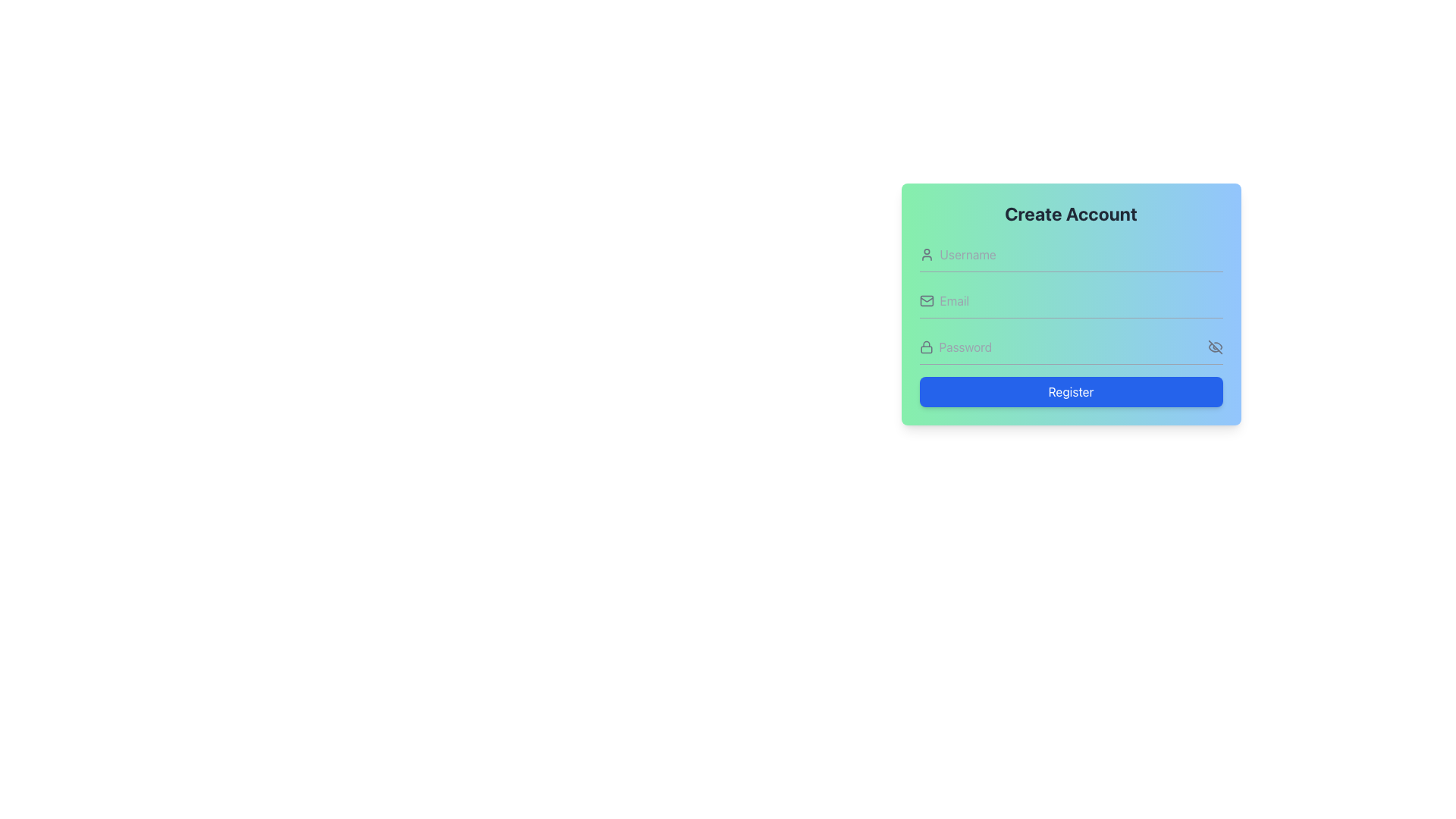 The height and width of the screenshot is (819, 1456). What do you see at coordinates (1215, 347) in the screenshot?
I see `the password visibility toggle icon located to the right of the 'Password' input field in the account creation form` at bounding box center [1215, 347].